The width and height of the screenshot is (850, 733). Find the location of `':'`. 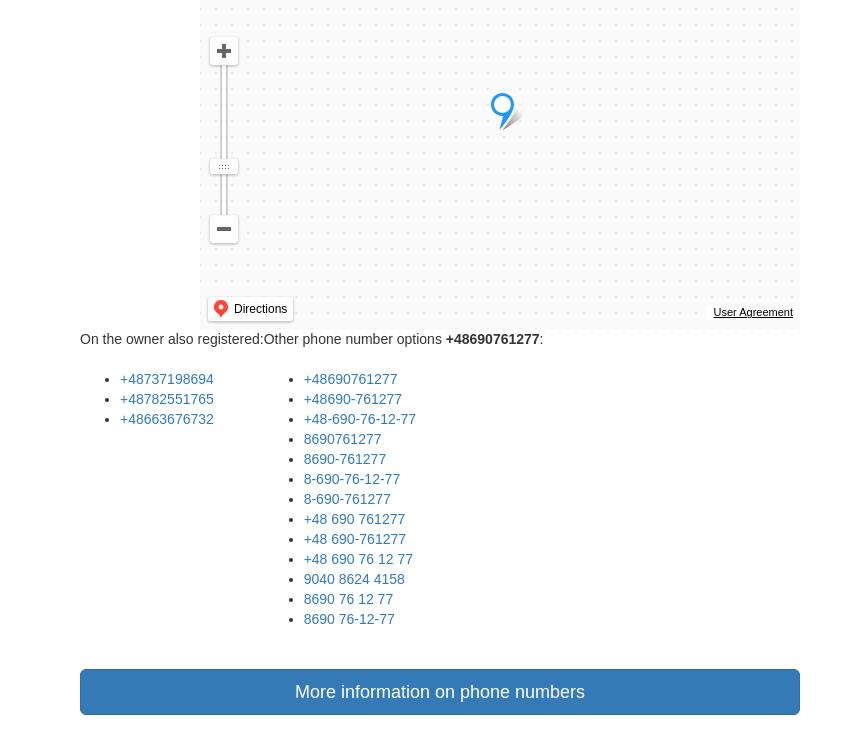

':' is located at coordinates (540, 338).